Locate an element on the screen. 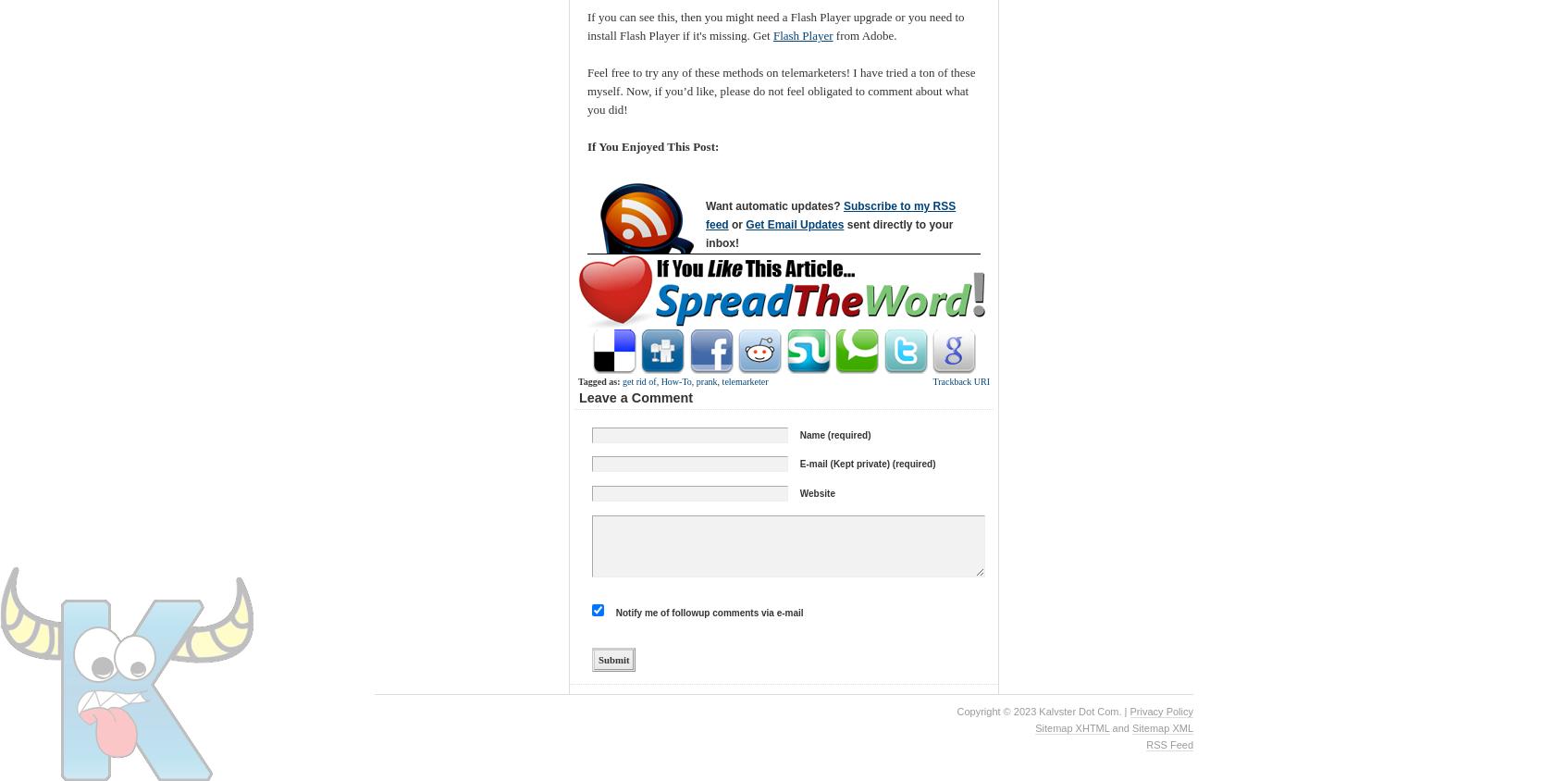 The width and height of the screenshot is (1568, 781). 'Subscribe to my RSS feed' is located at coordinates (830, 214).